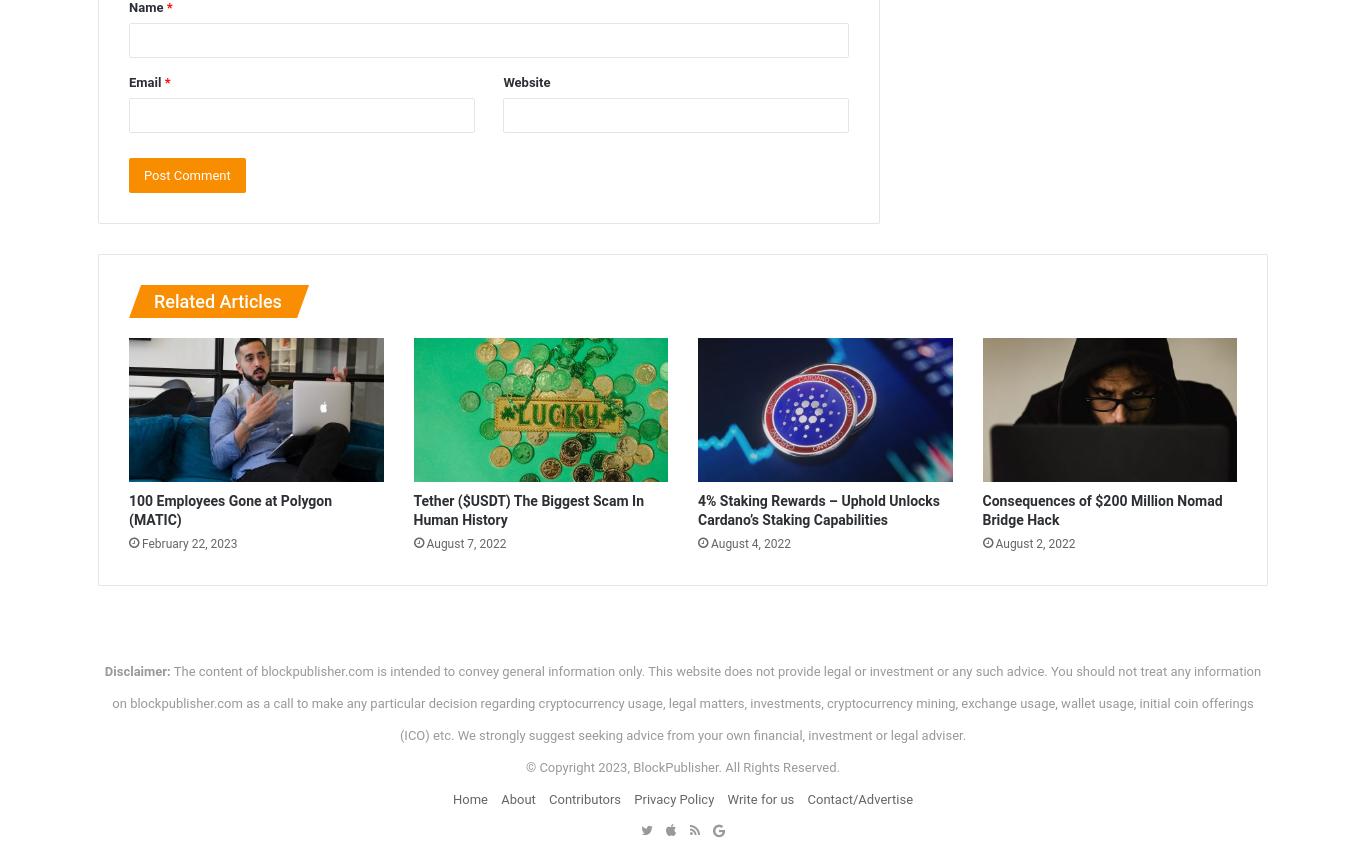  I want to click on '4% Staking Rewards – Uphold Unlocks Cardano’s Staking Capabilities', so click(818, 508).